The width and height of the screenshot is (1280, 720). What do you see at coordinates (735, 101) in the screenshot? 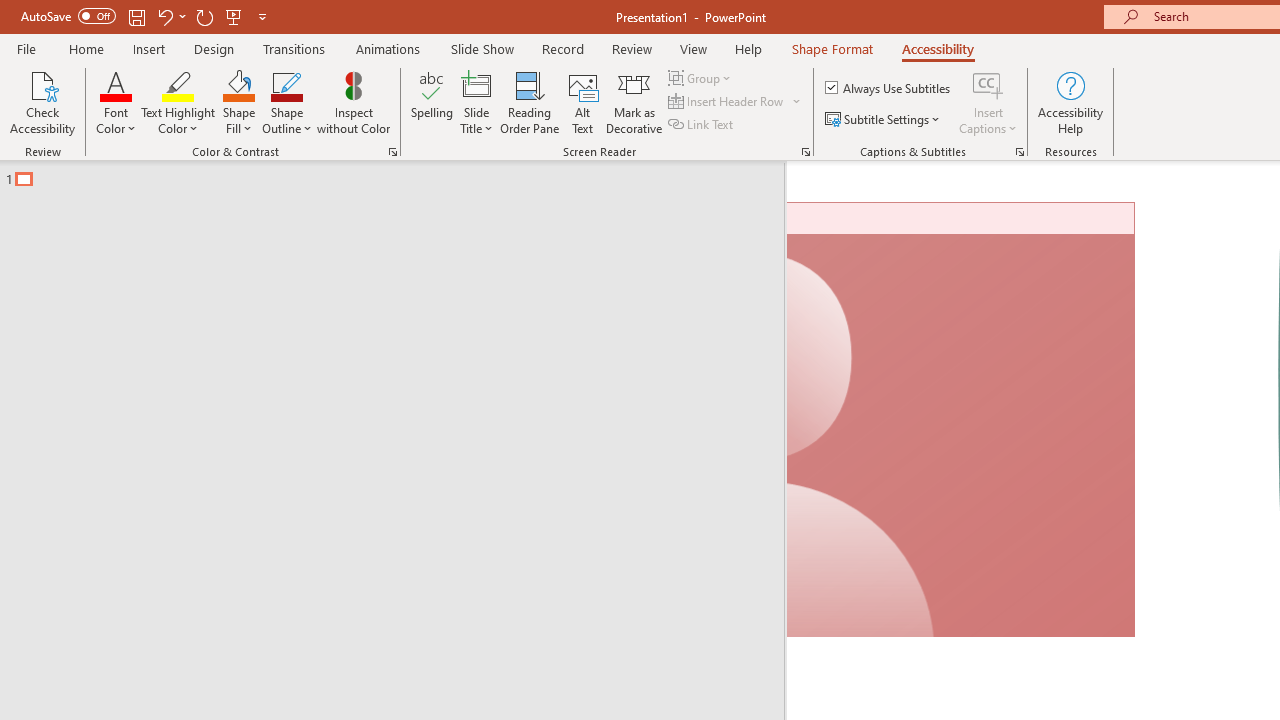
I see `'Insert Header Row'` at bounding box center [735, 101].